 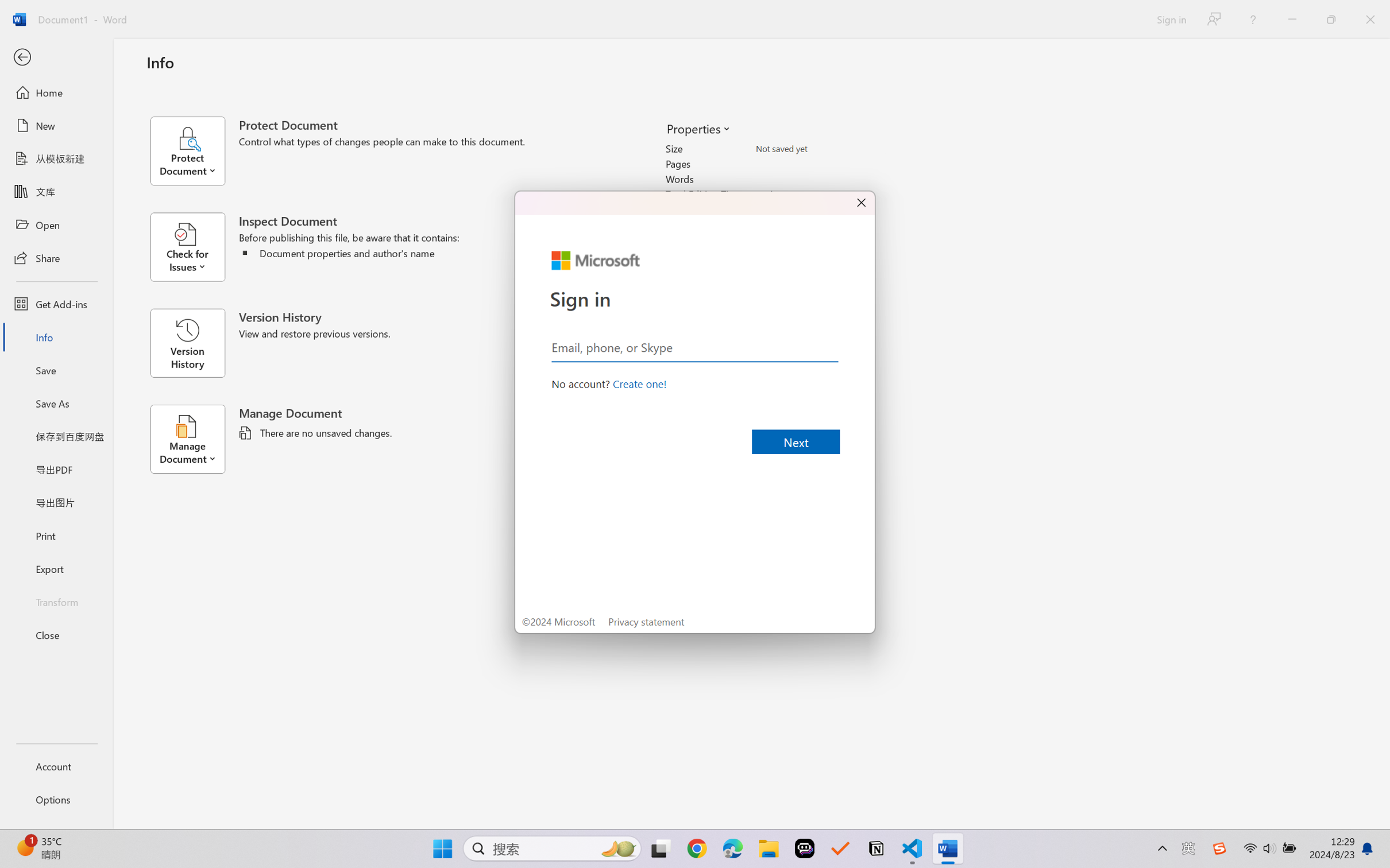 What do you see at coordinates (56, 336) in the screenshot?
I see `'Info'` at bounding box center [56, 336].